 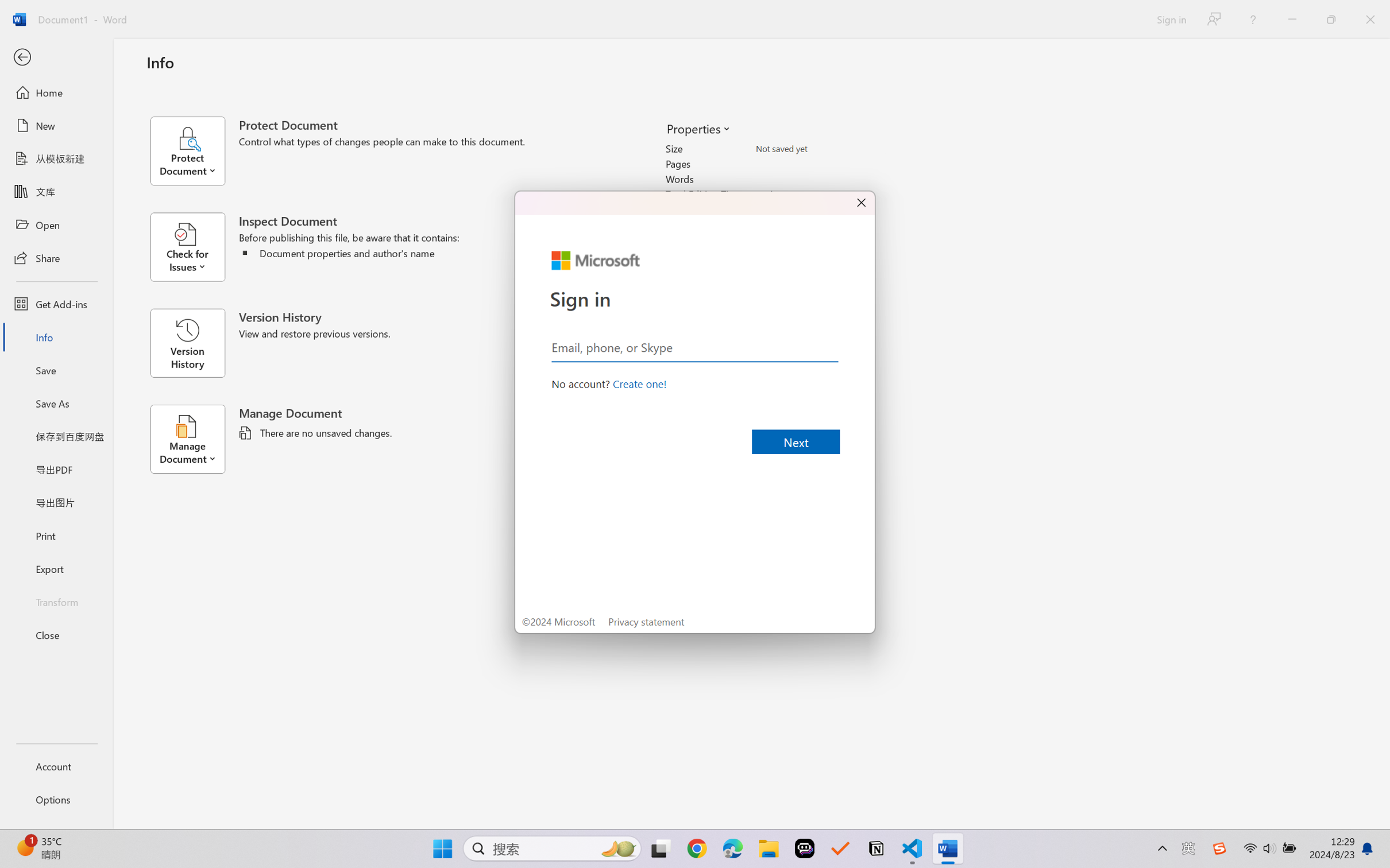 What do you see at coordinates (56, 336) in the screenshot?
I see `'Info'` at bounding box center [56, 336].